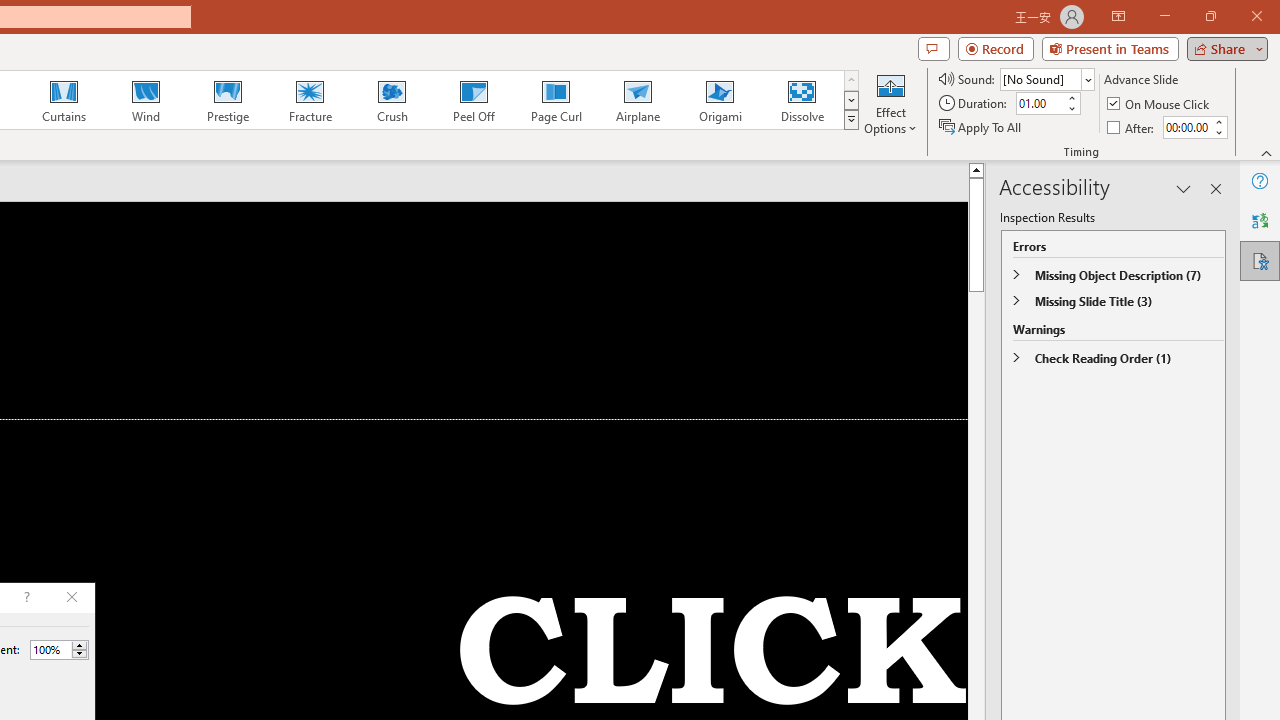 The image size is (1280, 720). I want to click on 'Dissolve', so click(802, 100).